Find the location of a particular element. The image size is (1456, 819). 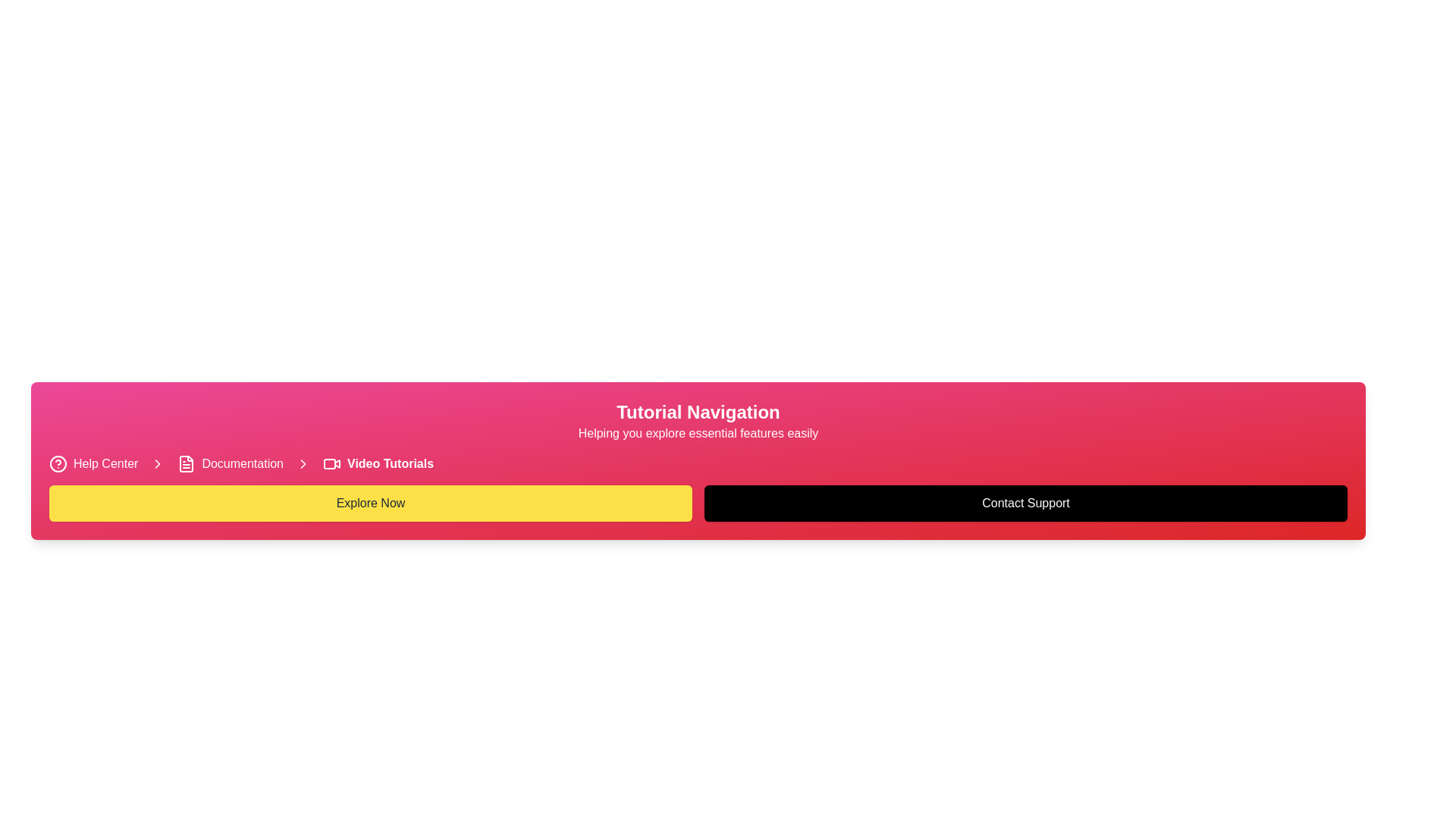

the 'Help Center' hyperlink, which is a prominent text link with a pink background and white text, located in the lower left section of the interface next to a question mark icon is located at coordinates (105, 463).